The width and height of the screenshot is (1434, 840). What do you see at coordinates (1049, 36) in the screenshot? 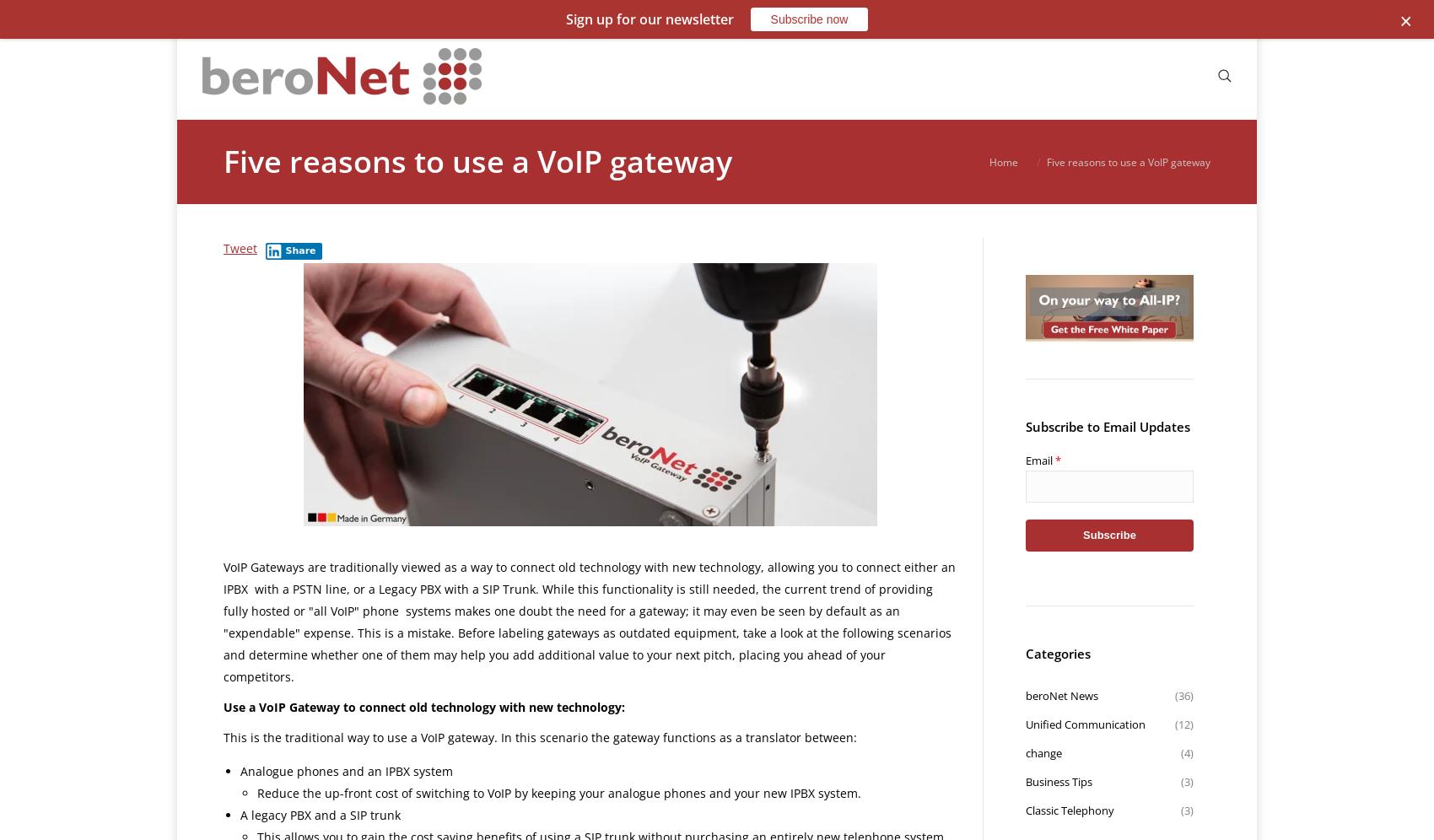
I see `'Deutsch'` at bounding box center [1049, 36].